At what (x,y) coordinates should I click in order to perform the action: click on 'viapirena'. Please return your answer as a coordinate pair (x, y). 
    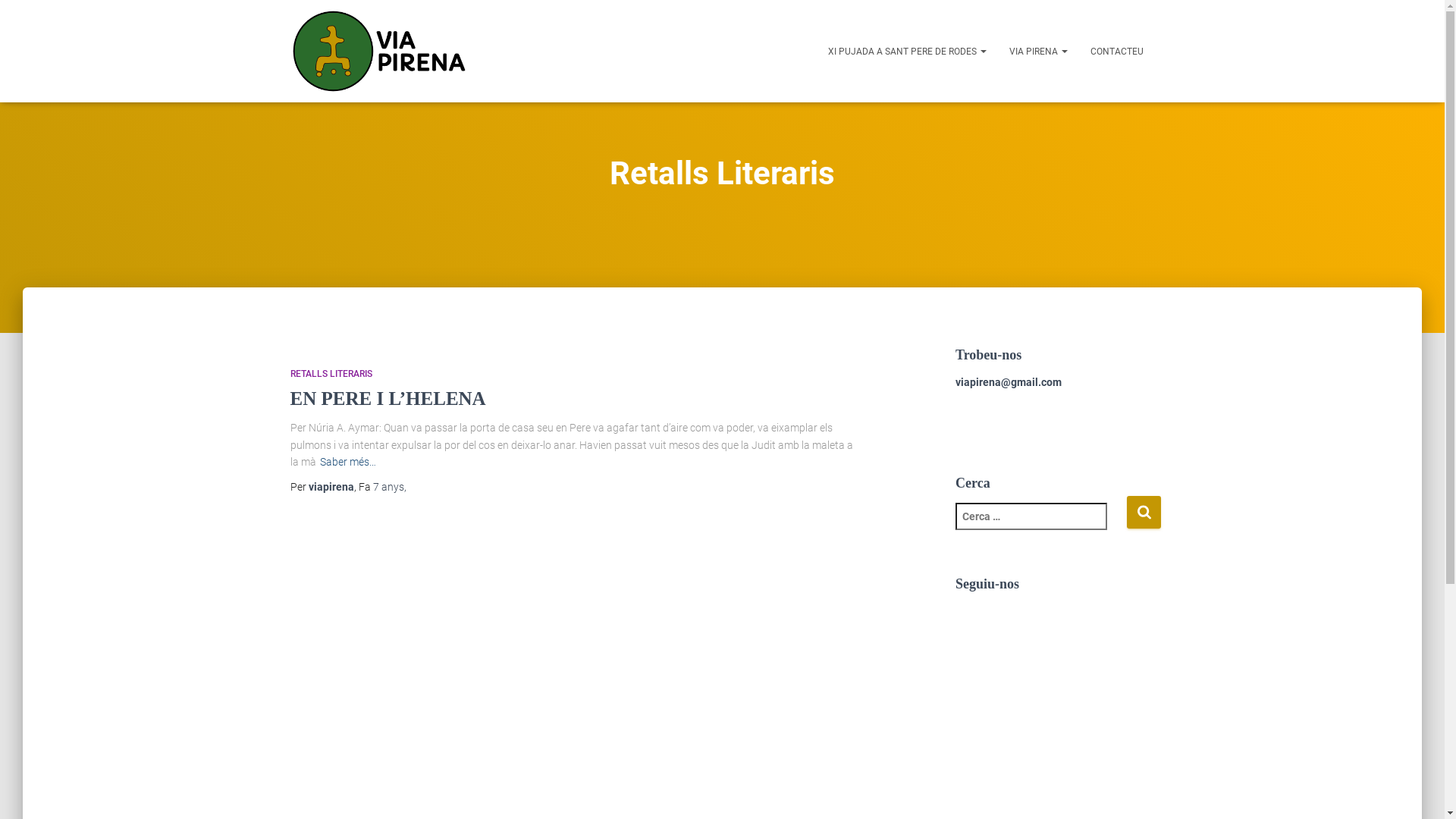
    Looking at the image, I should click on (307, 486).